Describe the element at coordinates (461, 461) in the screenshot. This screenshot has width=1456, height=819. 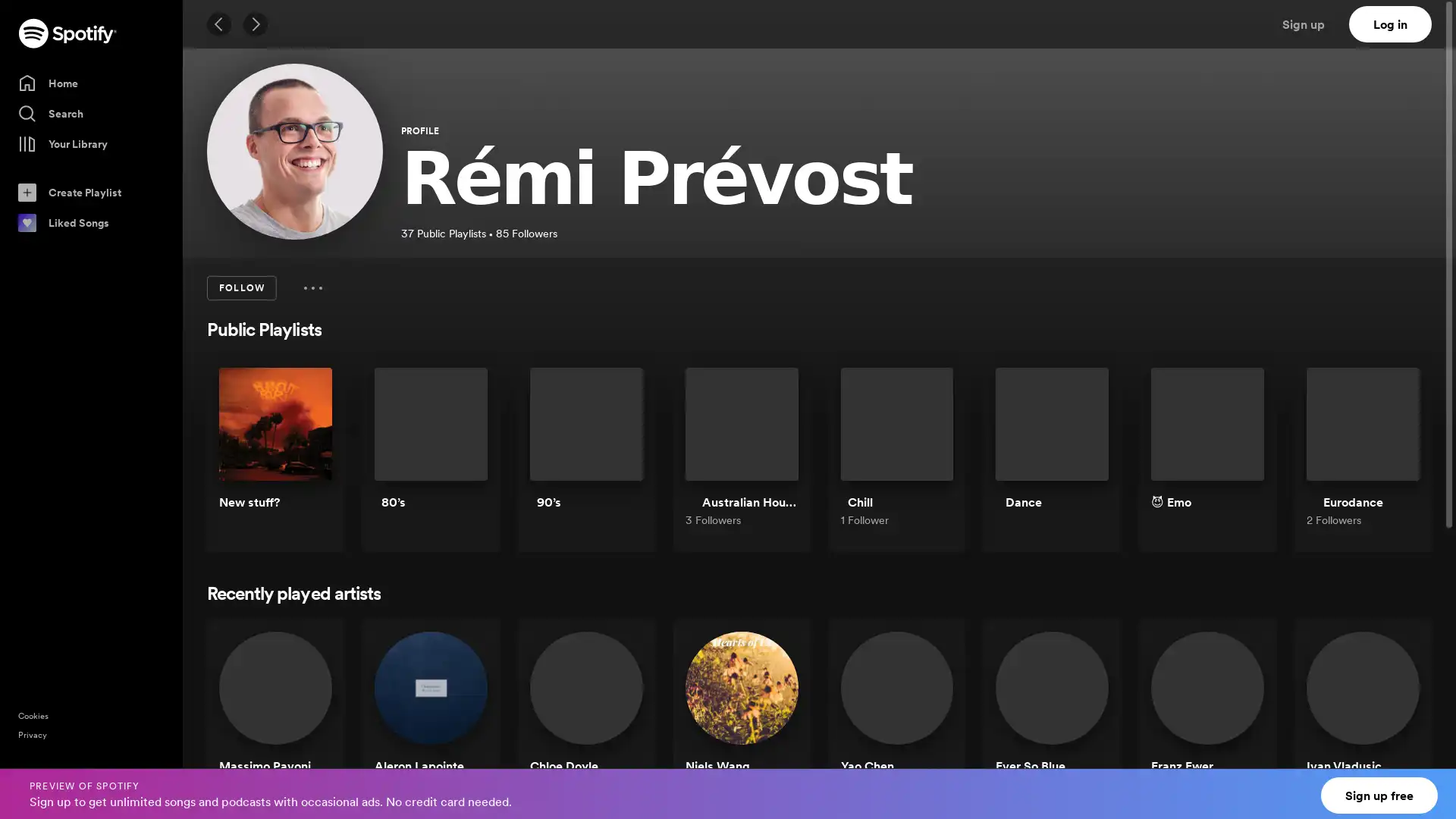
I see `Play 80s` at that location.